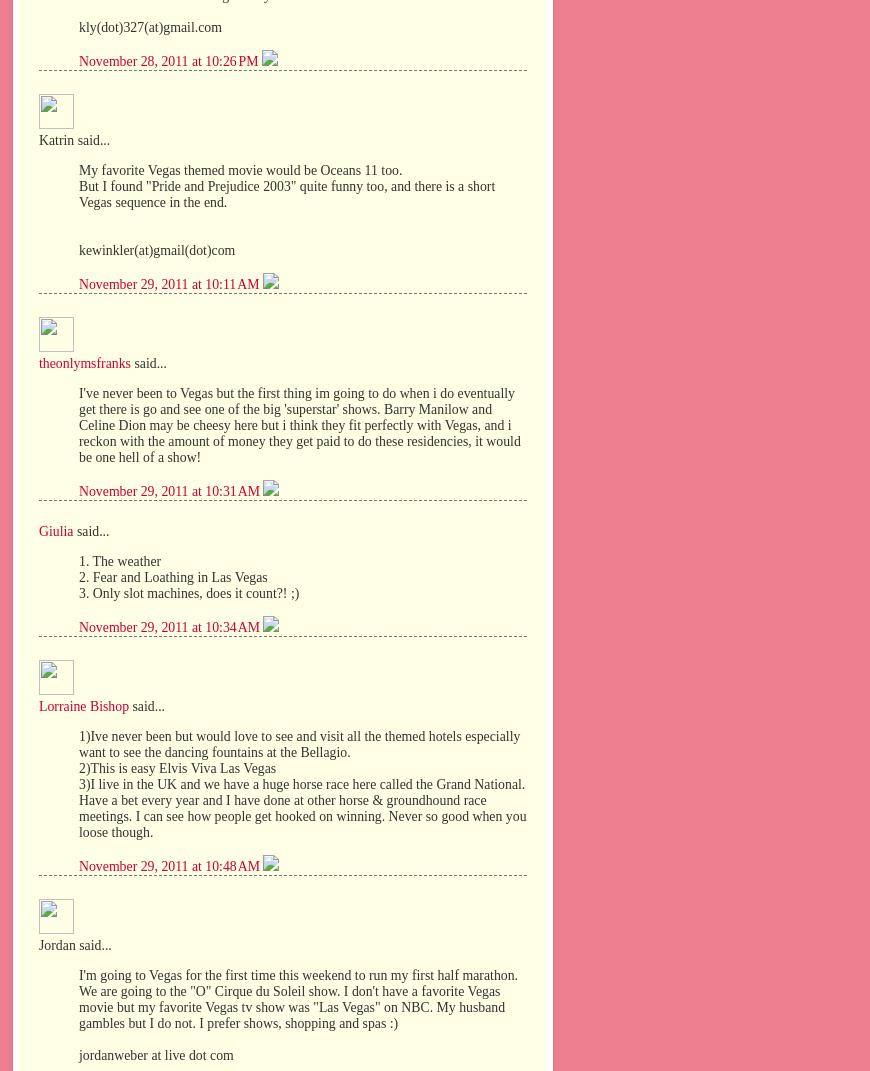  What do you see at coordinates (154, 1054) in the screenshot?
I see `'jordanweber at live dot com'` at bounding box center [154, 1054].